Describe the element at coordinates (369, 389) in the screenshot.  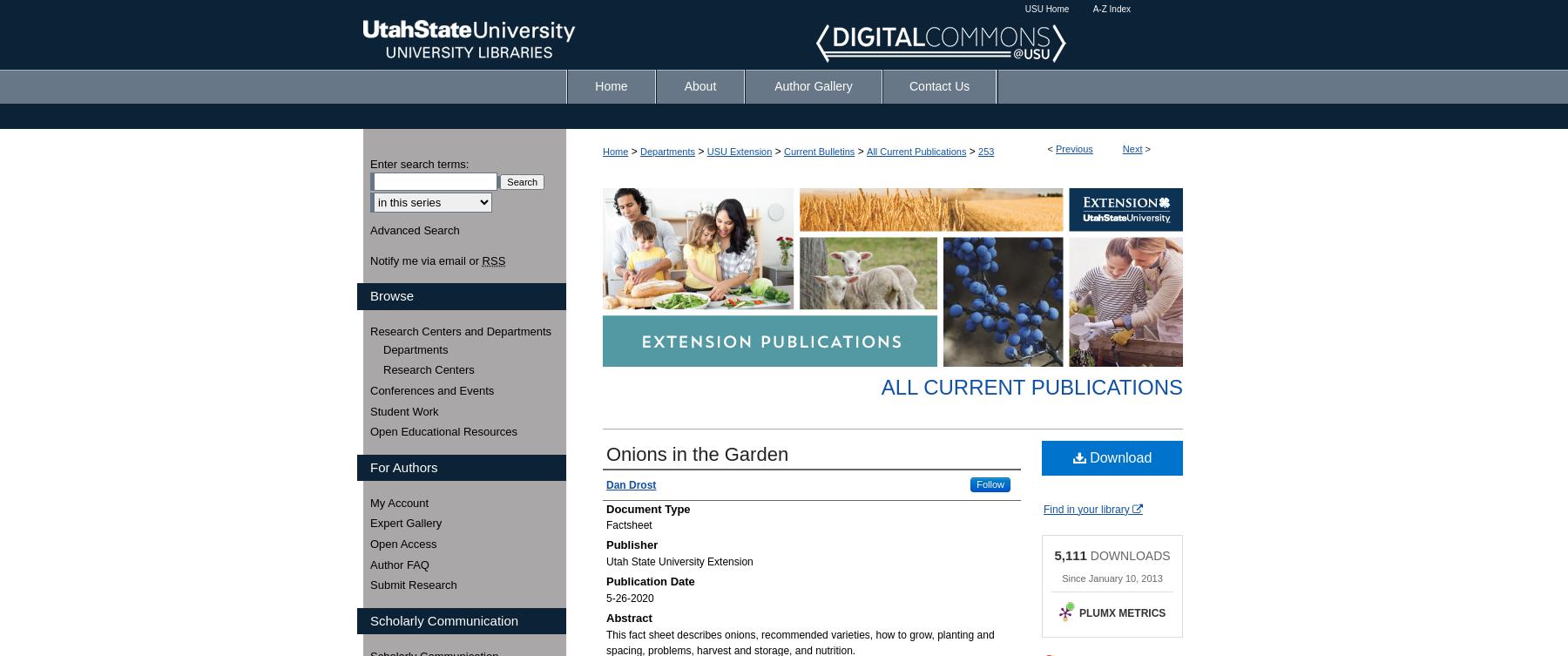
I see `'Conferences and Events'` at that location.